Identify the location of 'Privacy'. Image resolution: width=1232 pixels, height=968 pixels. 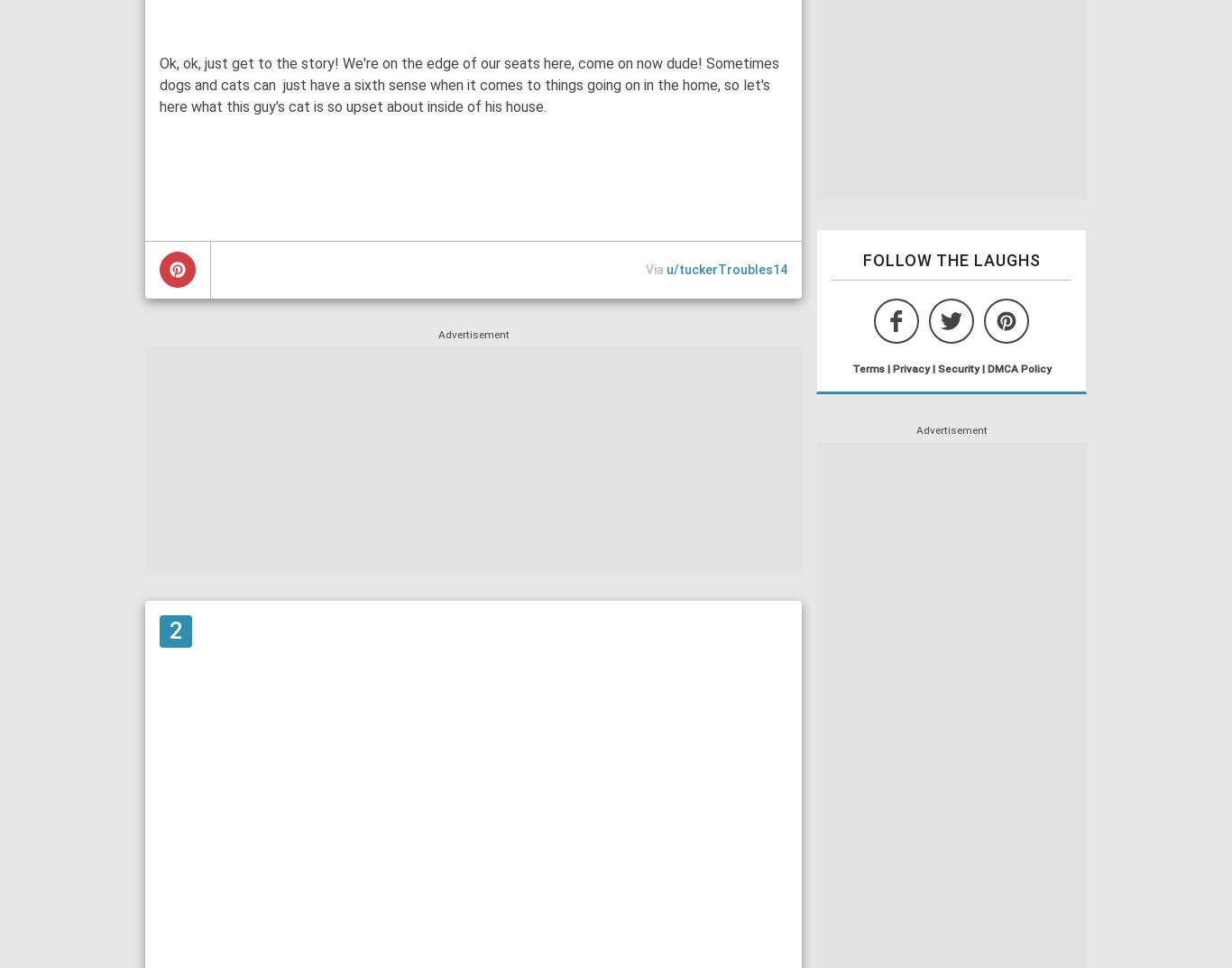
(910, 366).